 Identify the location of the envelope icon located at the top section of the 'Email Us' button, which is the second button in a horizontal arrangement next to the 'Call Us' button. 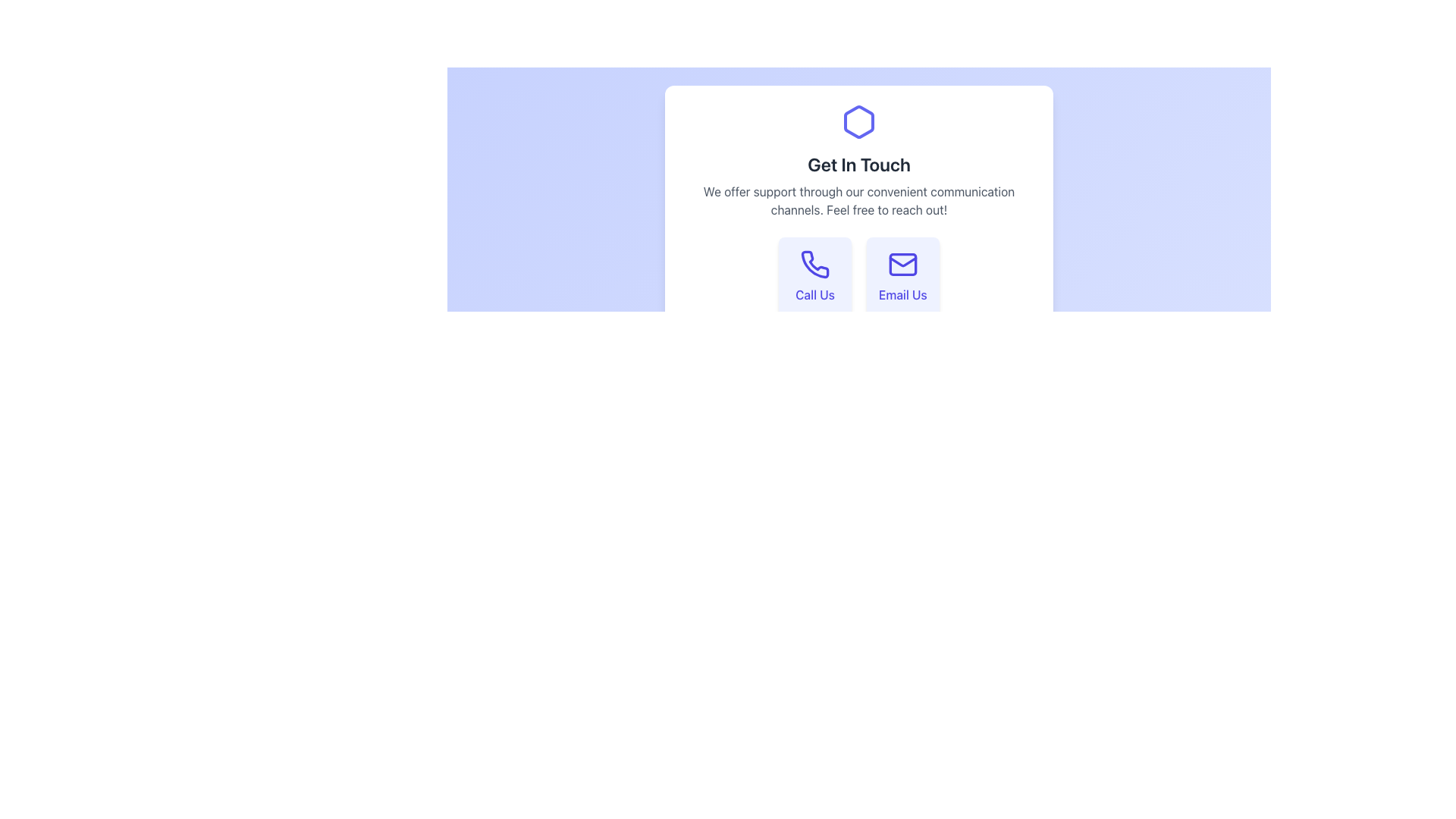
(902, 263).